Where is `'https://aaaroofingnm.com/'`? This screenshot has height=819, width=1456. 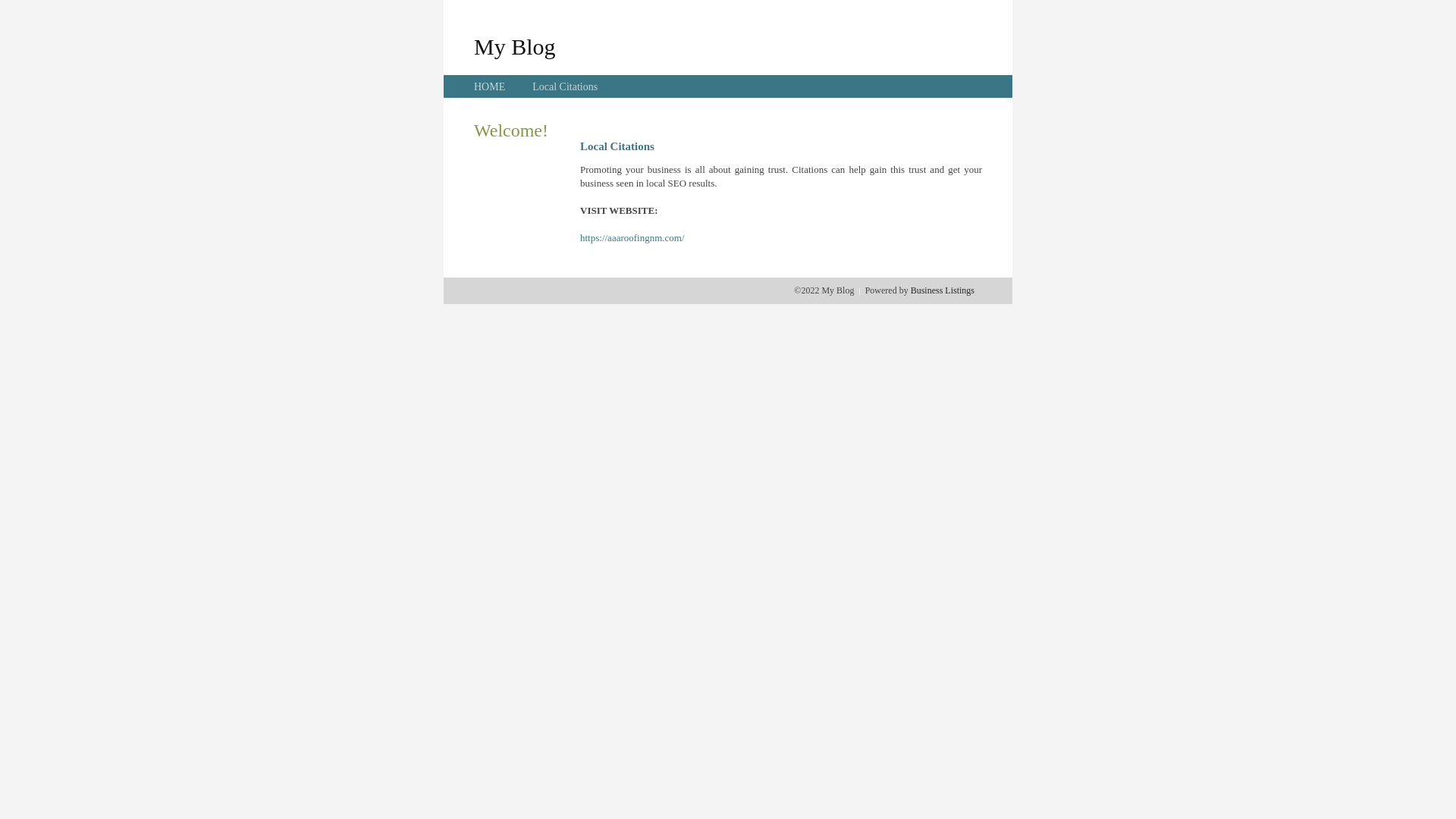
'https://aaaroofingnm.com/' is located at coordinates (632, 237).